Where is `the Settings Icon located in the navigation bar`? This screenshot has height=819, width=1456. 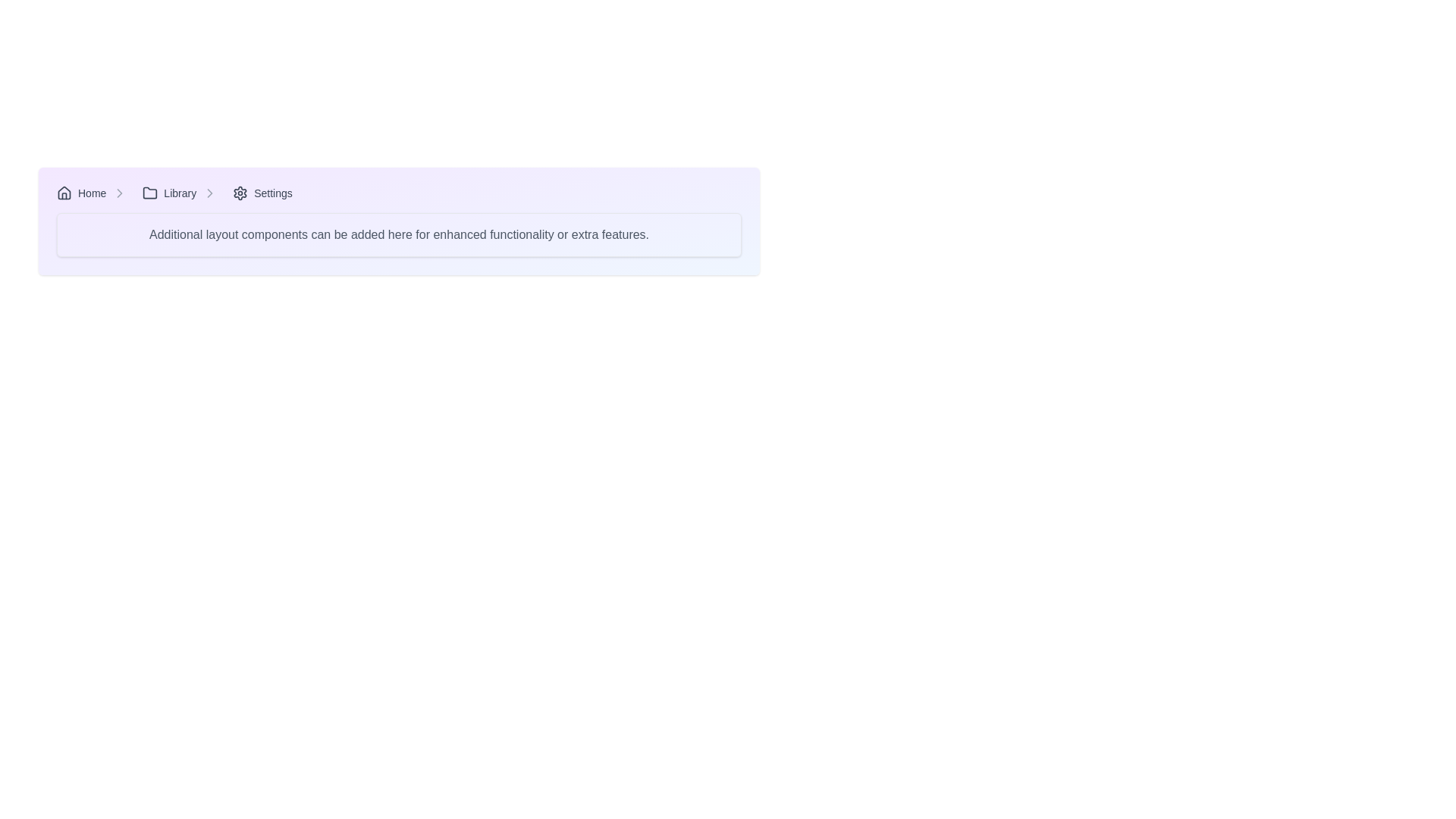
the Settings Icon located in the navigation bar is located at coordinates (240, 192).